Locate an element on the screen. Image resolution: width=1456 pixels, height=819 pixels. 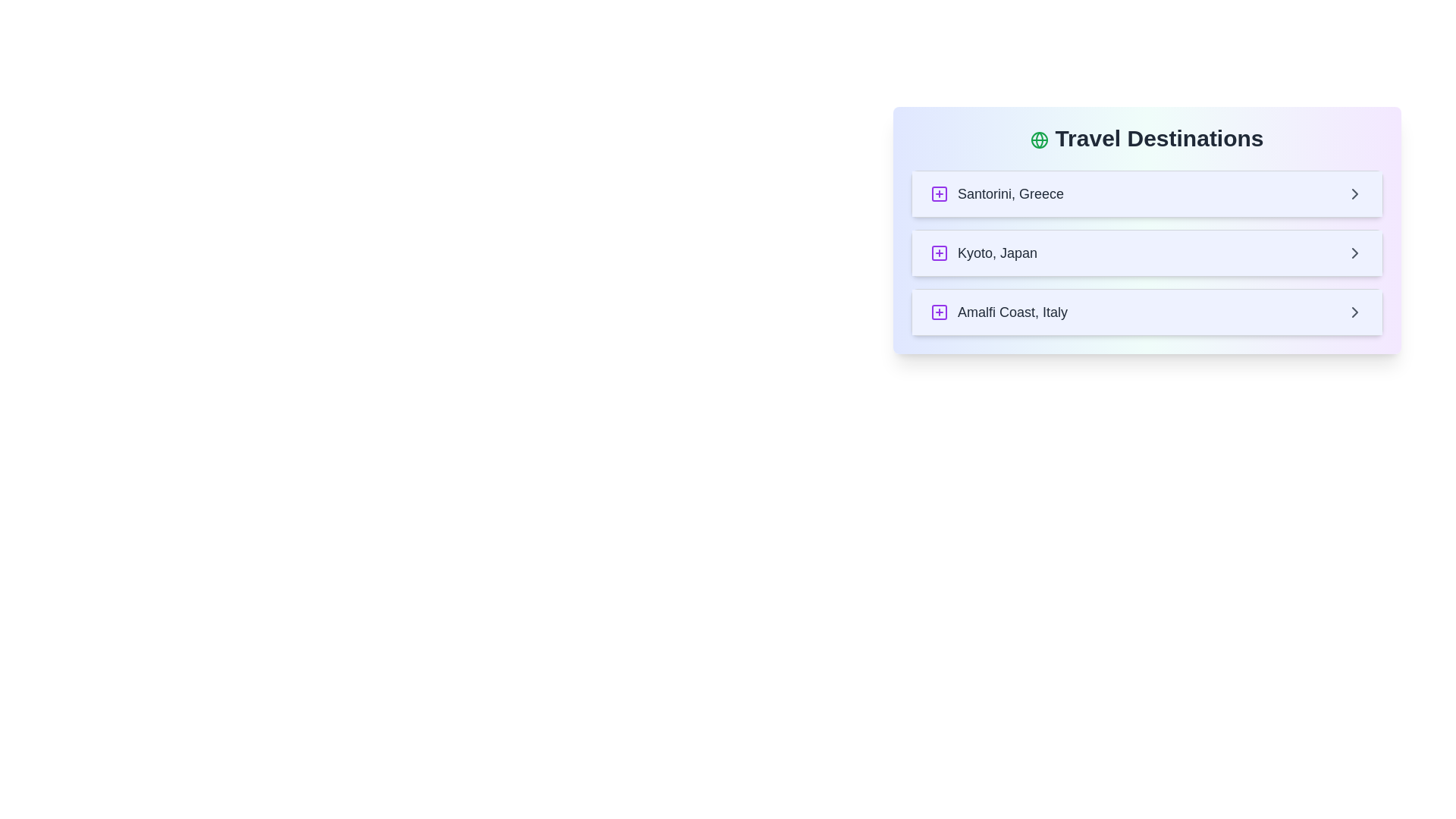
the interactive icon component that symbolizes an addition feature for the 'Santorini, Greece' list item is located at coordinates (938, 193).